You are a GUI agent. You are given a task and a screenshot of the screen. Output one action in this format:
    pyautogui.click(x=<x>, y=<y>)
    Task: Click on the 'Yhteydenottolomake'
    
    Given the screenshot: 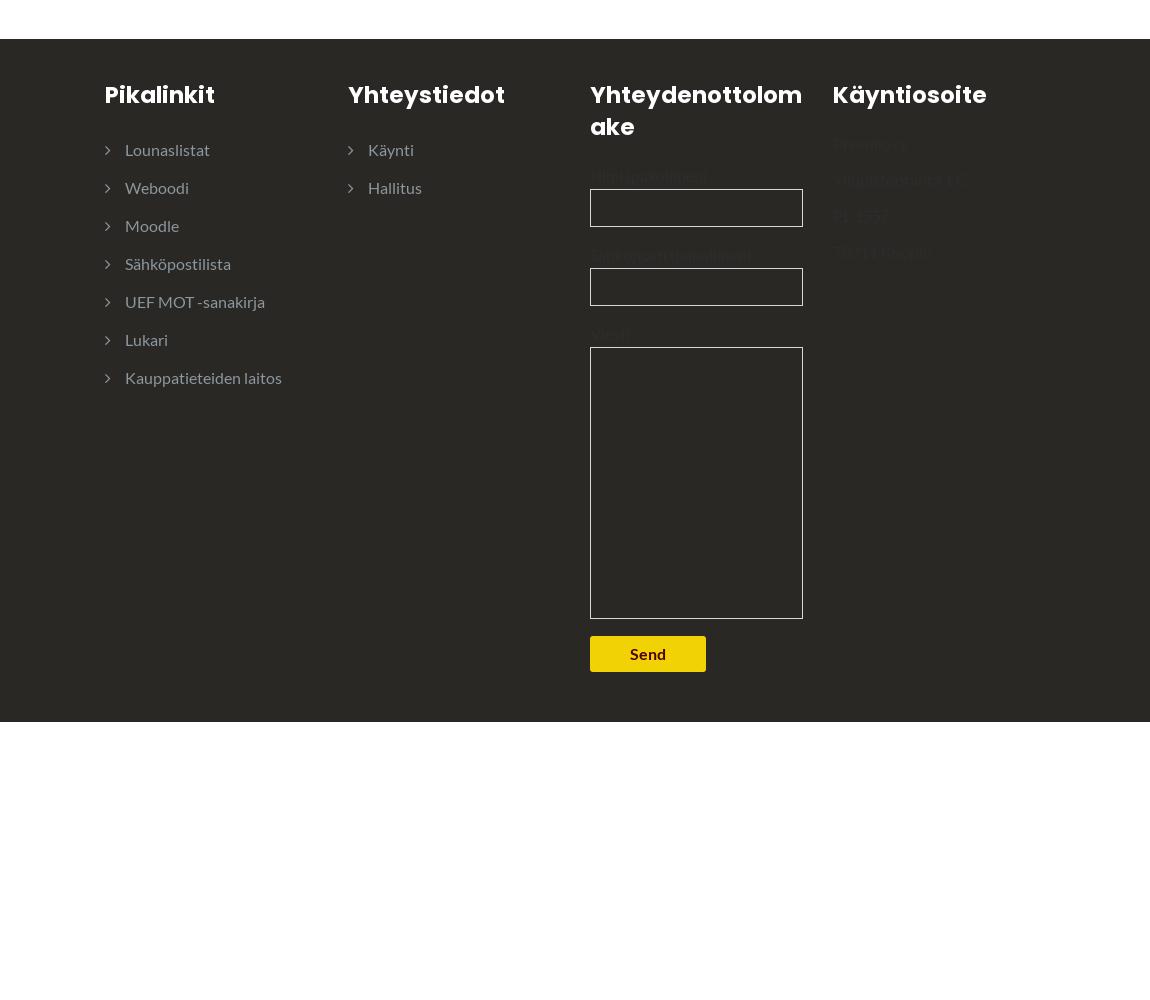 What is the action you would take?
    pyautogui.click(x=694, y=109)
    